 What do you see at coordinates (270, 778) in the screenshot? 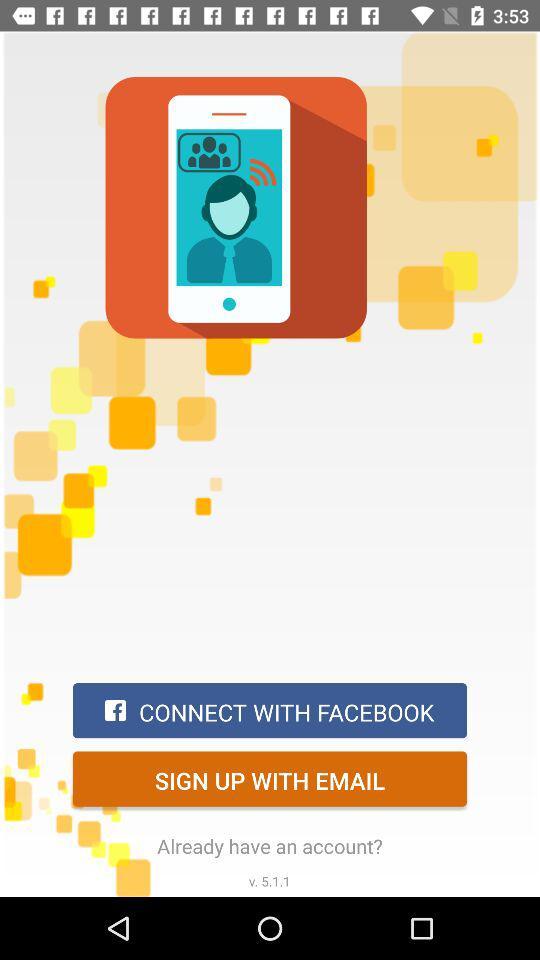
I see `the icon above already have an` at bounding box center [270, 778].